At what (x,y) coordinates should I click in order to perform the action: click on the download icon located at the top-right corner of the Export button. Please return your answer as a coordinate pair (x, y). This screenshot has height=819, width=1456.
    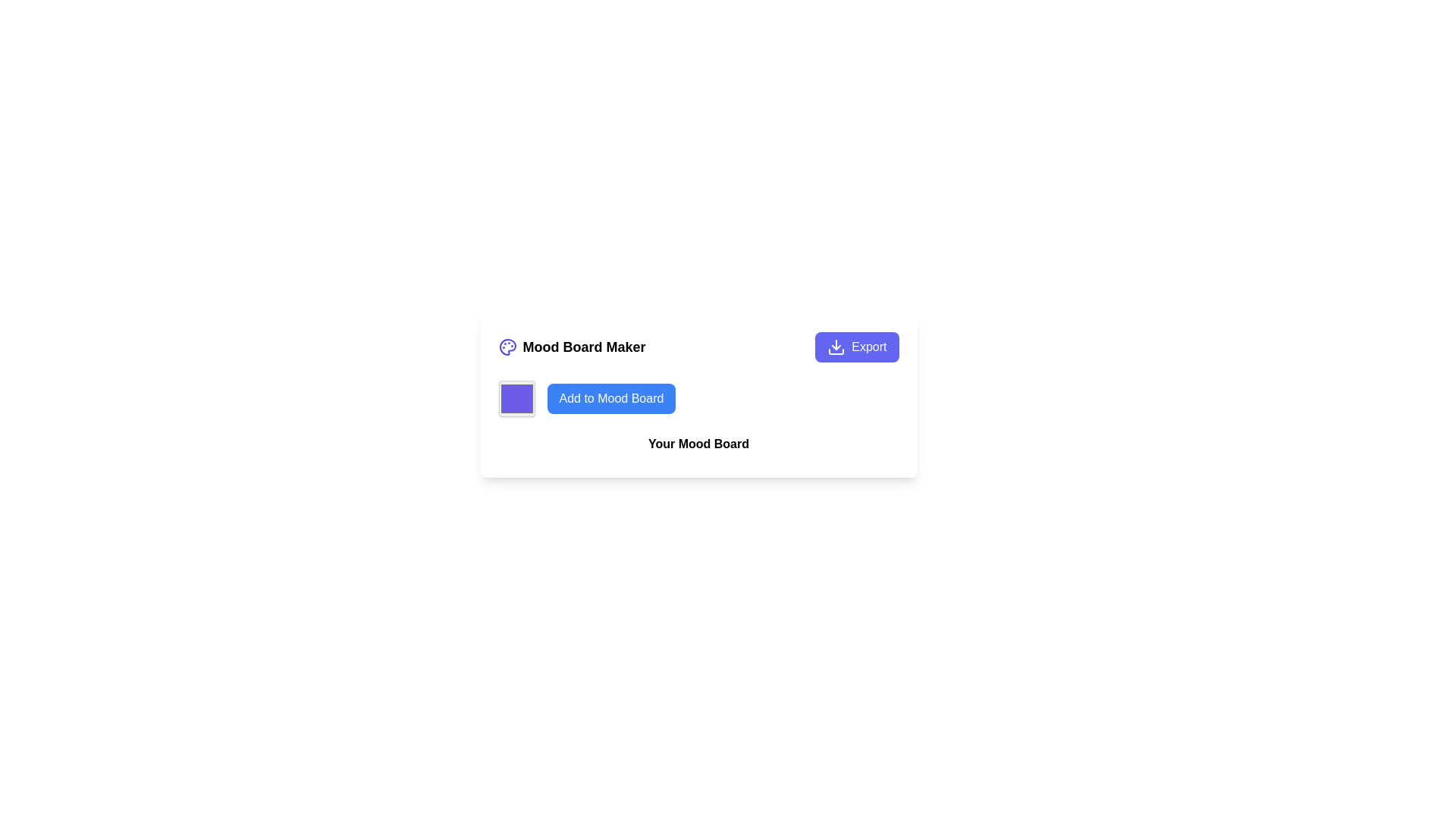
    Looking at the image, I should click on (836, 347).